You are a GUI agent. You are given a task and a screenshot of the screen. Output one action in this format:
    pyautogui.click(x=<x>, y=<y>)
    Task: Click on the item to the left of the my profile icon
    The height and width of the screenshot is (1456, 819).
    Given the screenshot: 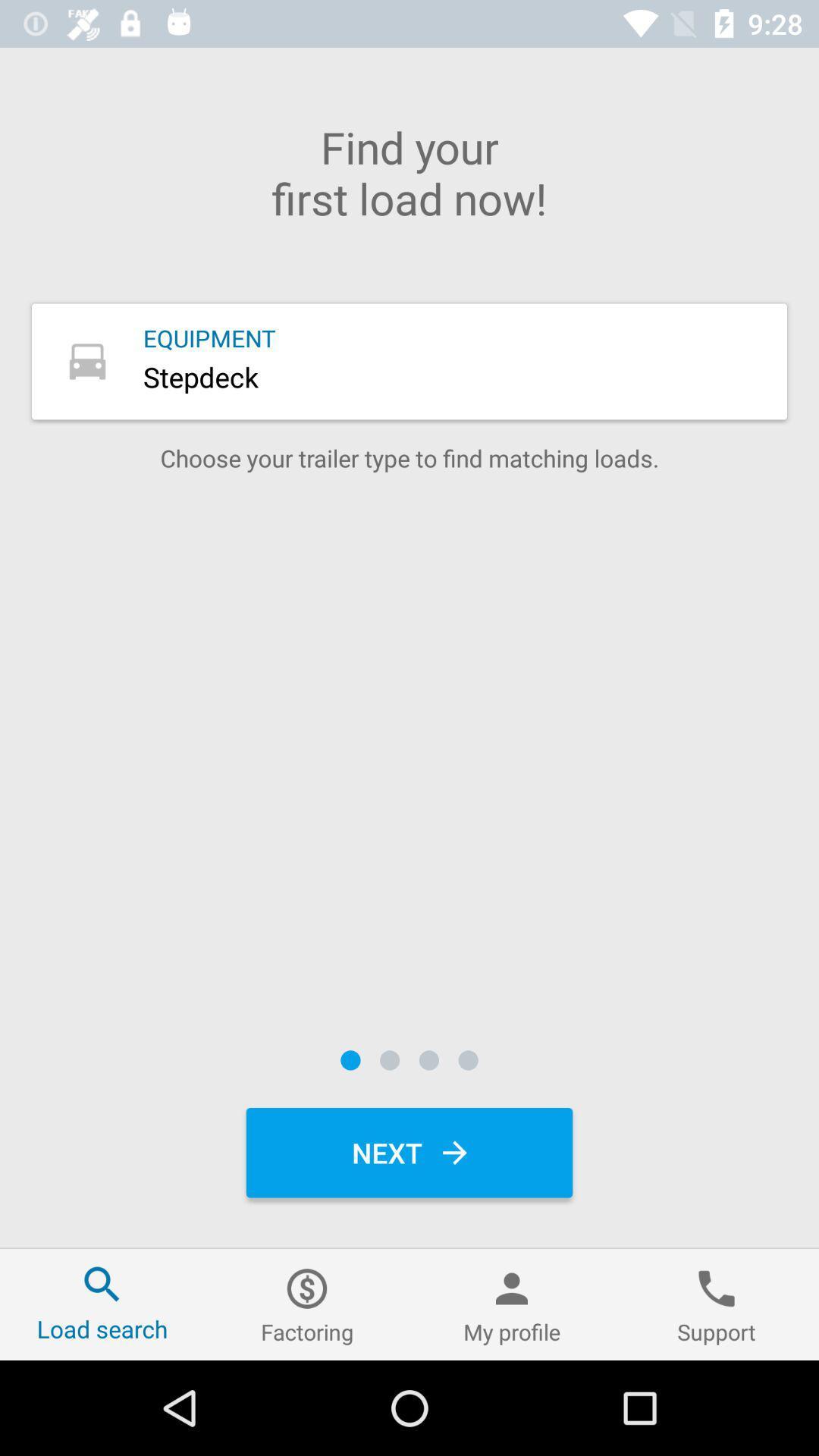 What is the action you would take?
    pyautogui.click(x=307, y=1304)
    